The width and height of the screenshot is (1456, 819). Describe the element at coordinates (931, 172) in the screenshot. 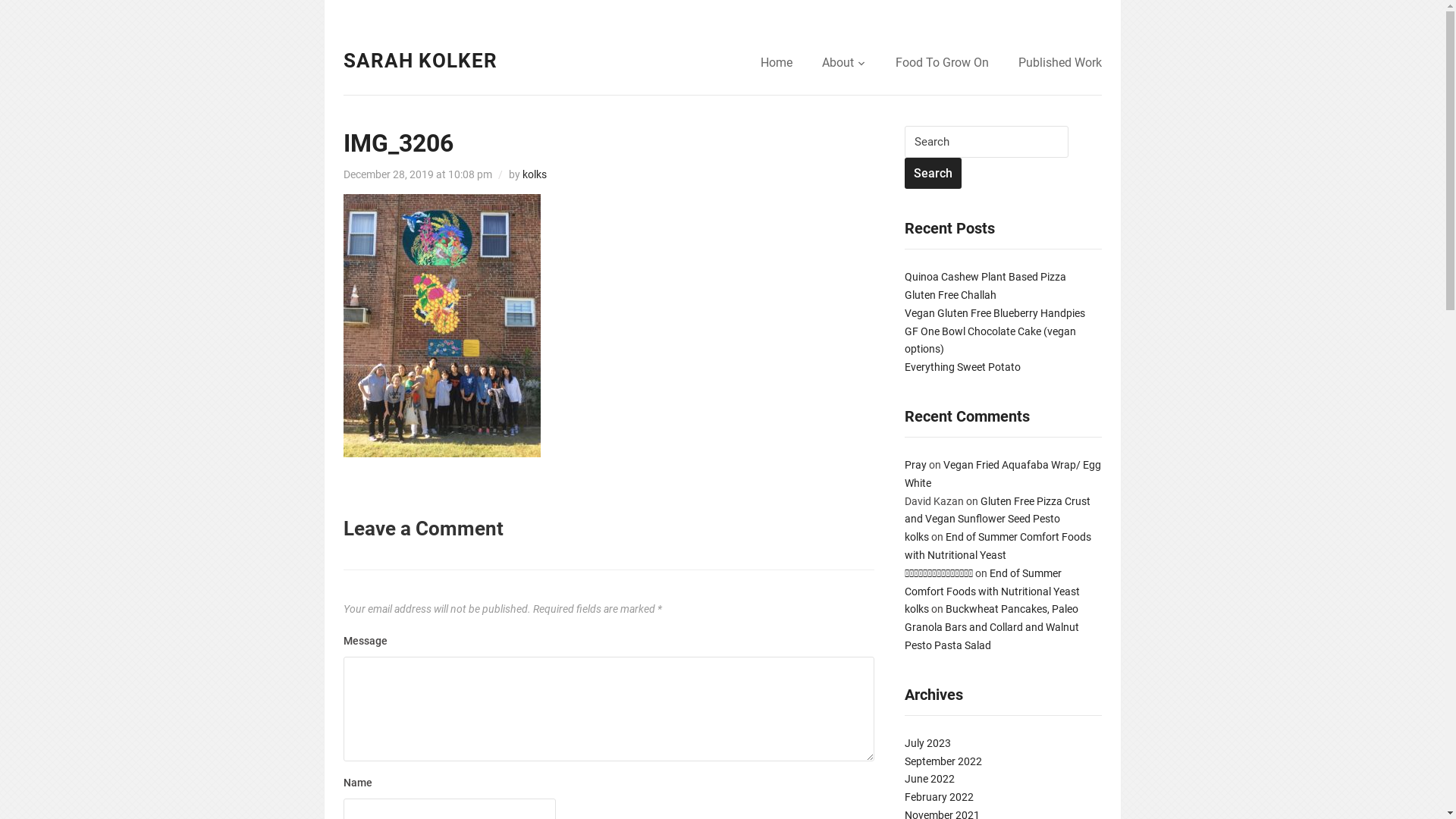

I see `'Search'` at that location.